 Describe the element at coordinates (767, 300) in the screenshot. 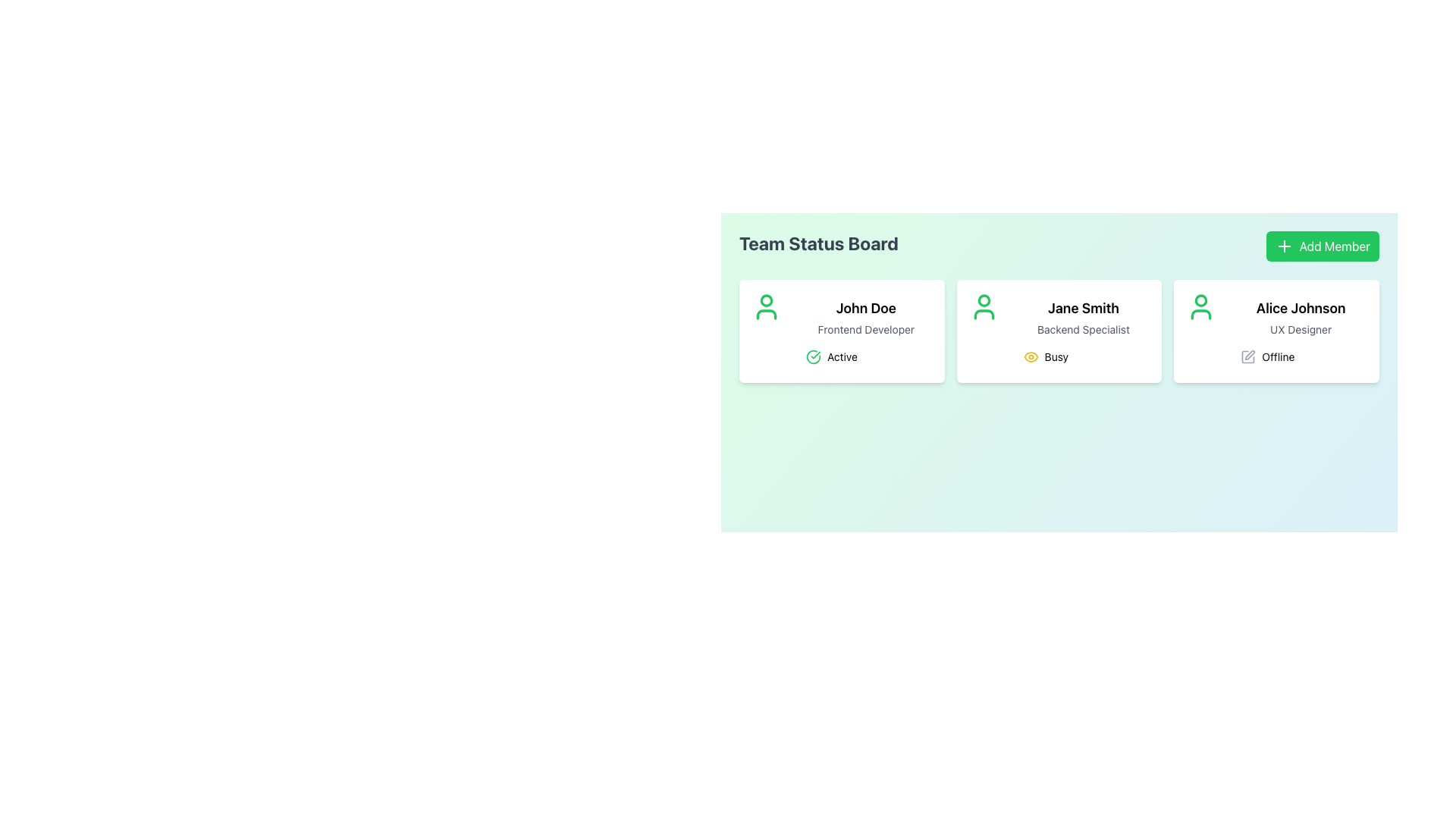

I see `small circular graphical component that represents the head of a user avatar in the SVG icon using a developer tool` at that location.